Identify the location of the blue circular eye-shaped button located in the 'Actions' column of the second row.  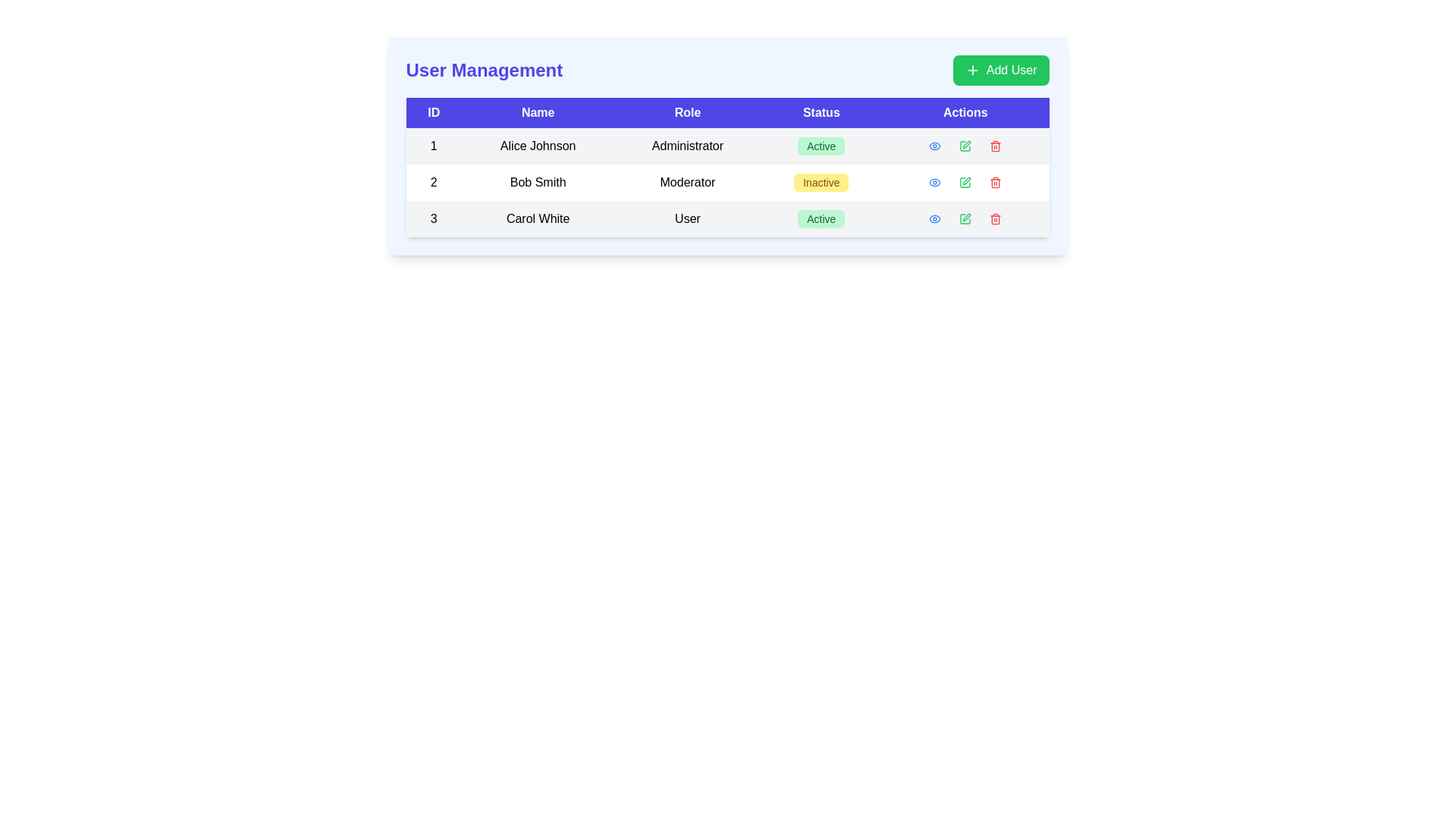
(934, 181).